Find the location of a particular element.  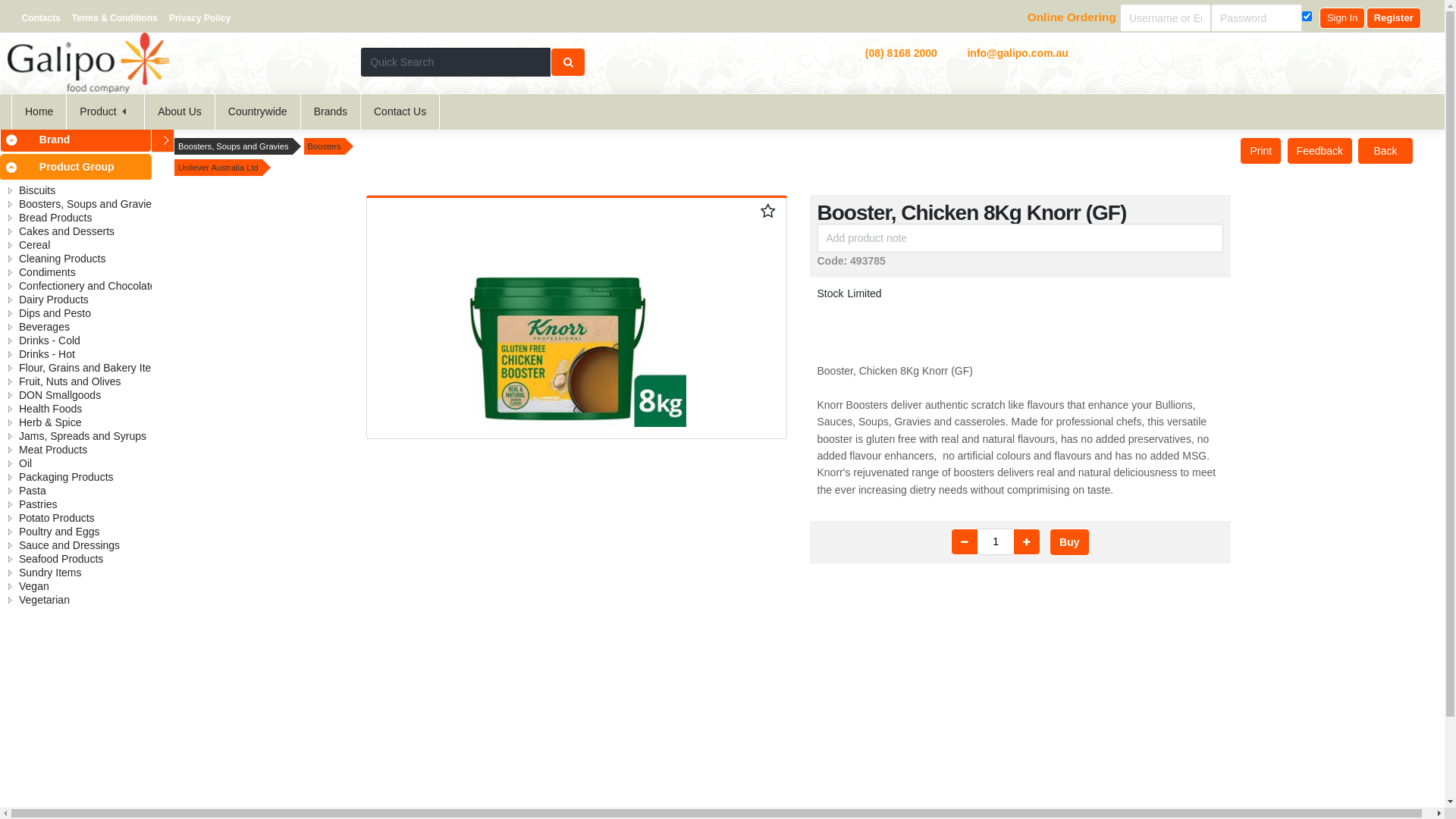

'Packaging Products' is located at coordinates (65, 475).